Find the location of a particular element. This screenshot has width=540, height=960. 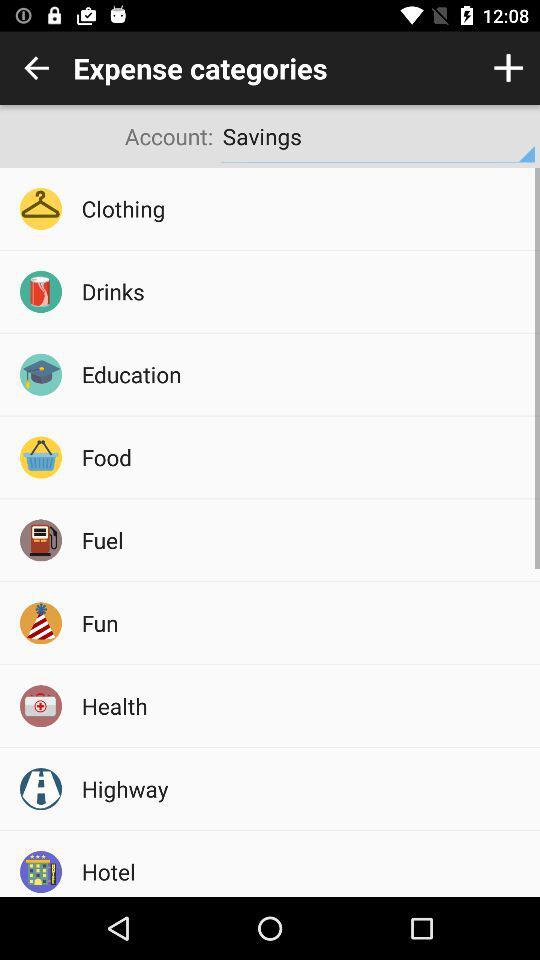

the right side of account is located at coordinates (378, 135).